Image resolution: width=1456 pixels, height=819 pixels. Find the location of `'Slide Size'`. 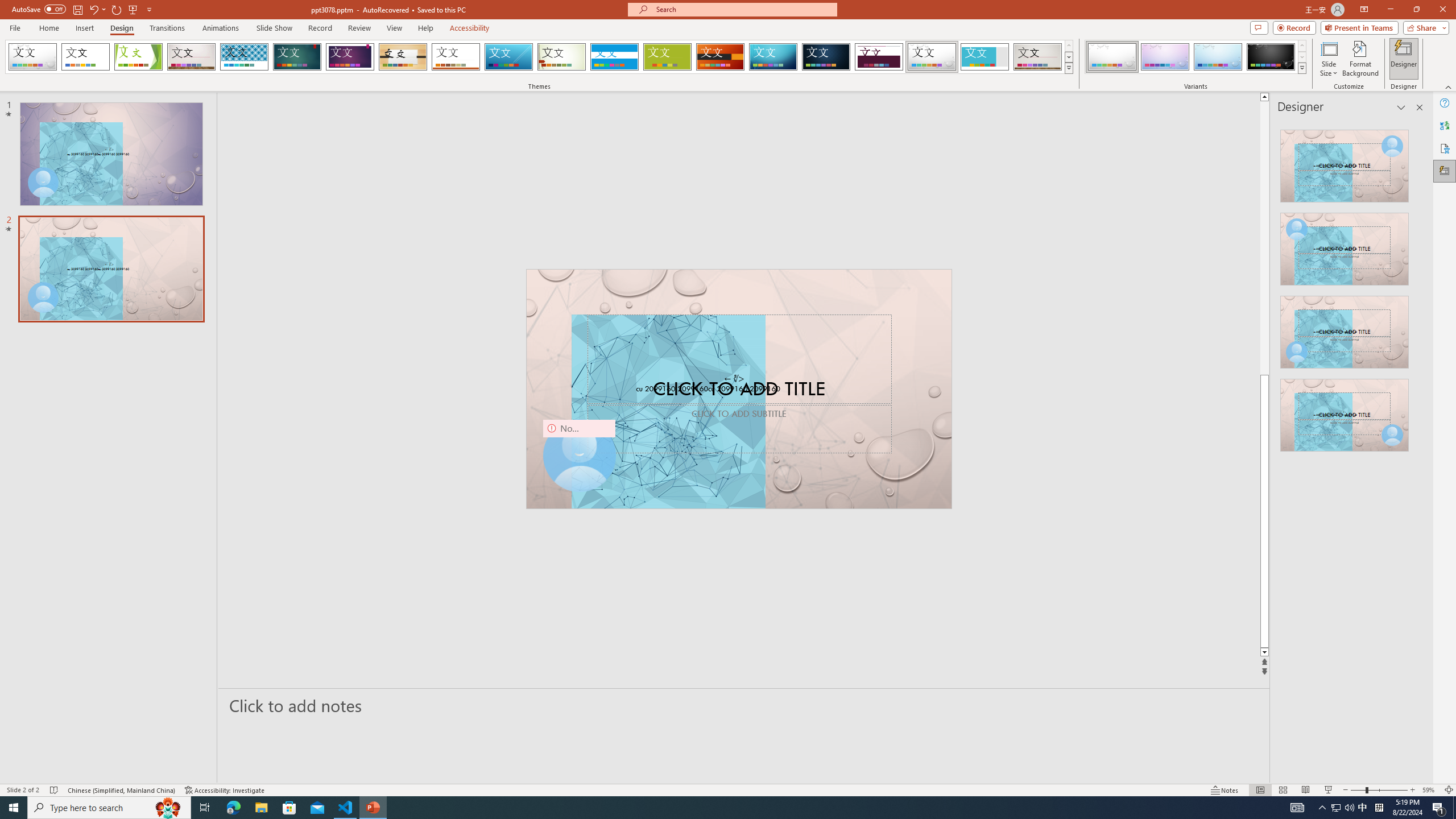

'Slide Size' is located at coordinates (1329, 59).